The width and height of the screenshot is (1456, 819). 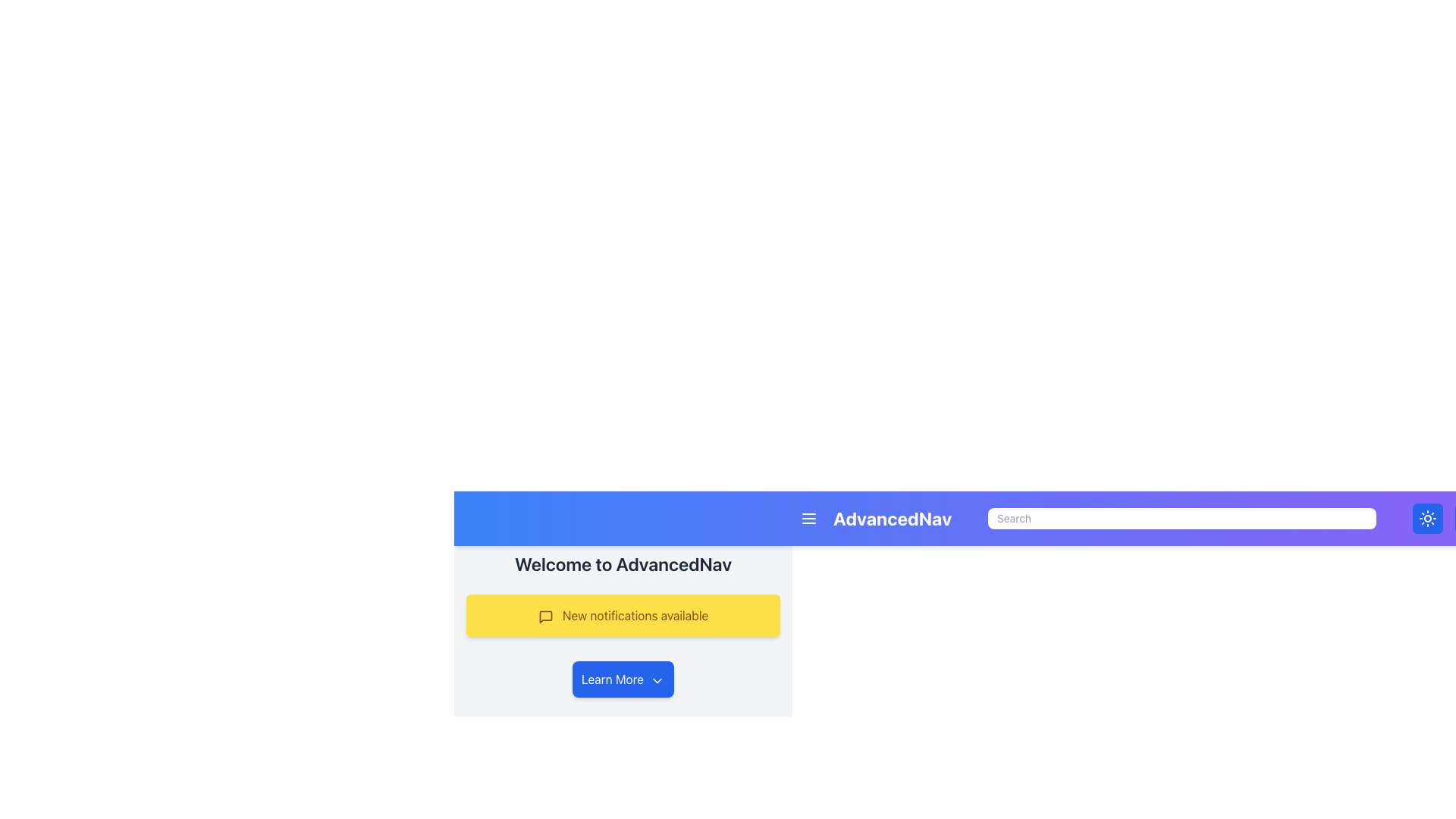 I want to click on the menu toggle button located on the left side of the header bar, so click(x=808, y=517).